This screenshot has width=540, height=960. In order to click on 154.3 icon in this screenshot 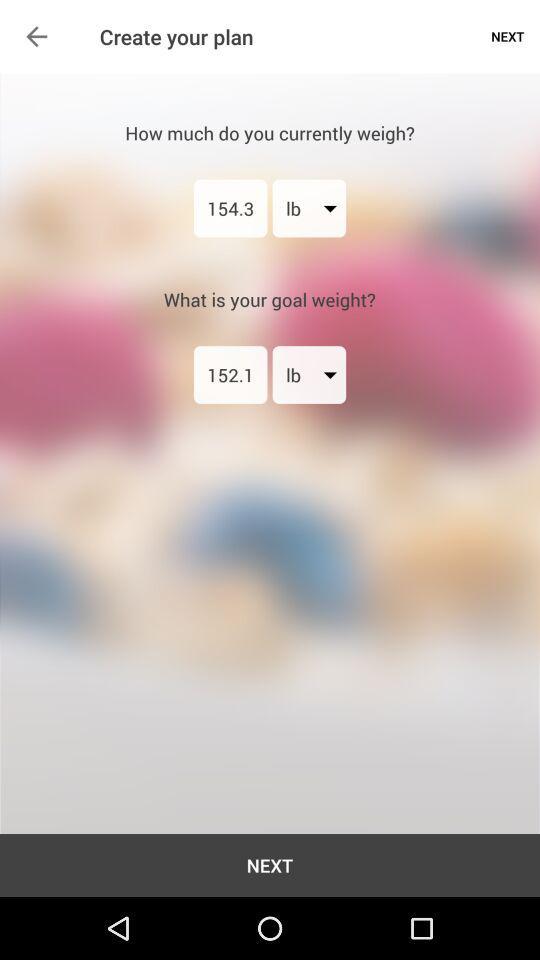, I will do `click(229, 208)`.